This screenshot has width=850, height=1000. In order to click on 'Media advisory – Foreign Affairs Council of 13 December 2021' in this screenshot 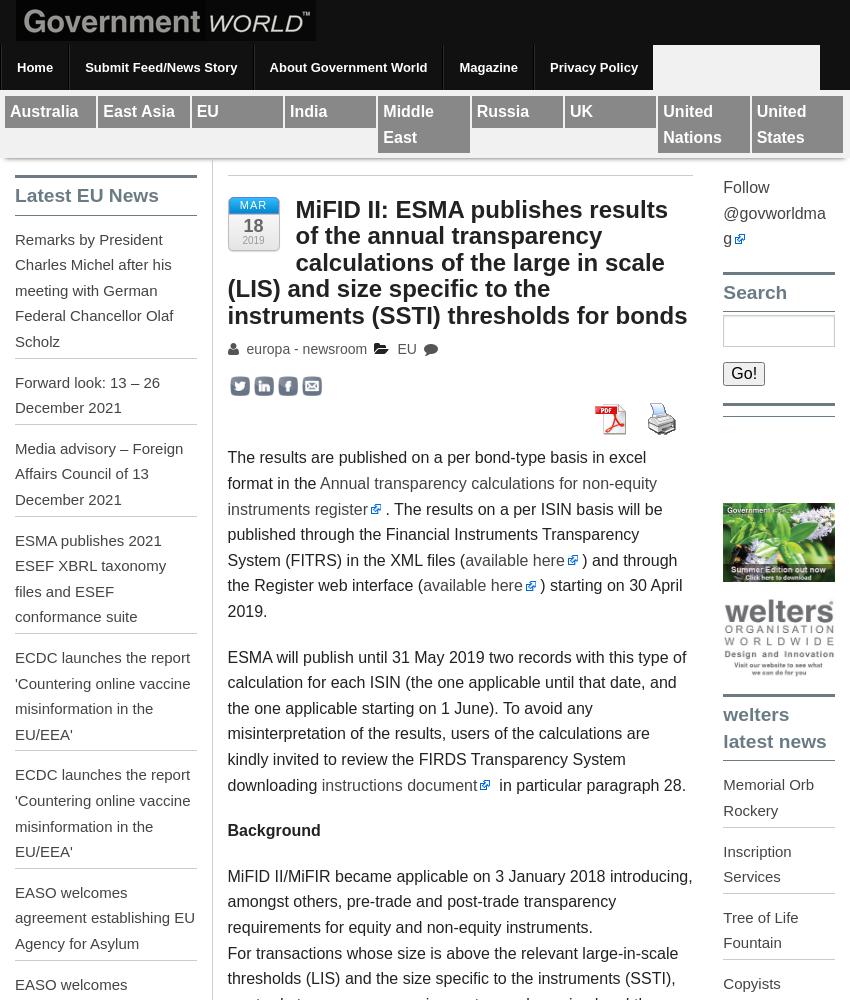, I will do `click(98, 472)`.